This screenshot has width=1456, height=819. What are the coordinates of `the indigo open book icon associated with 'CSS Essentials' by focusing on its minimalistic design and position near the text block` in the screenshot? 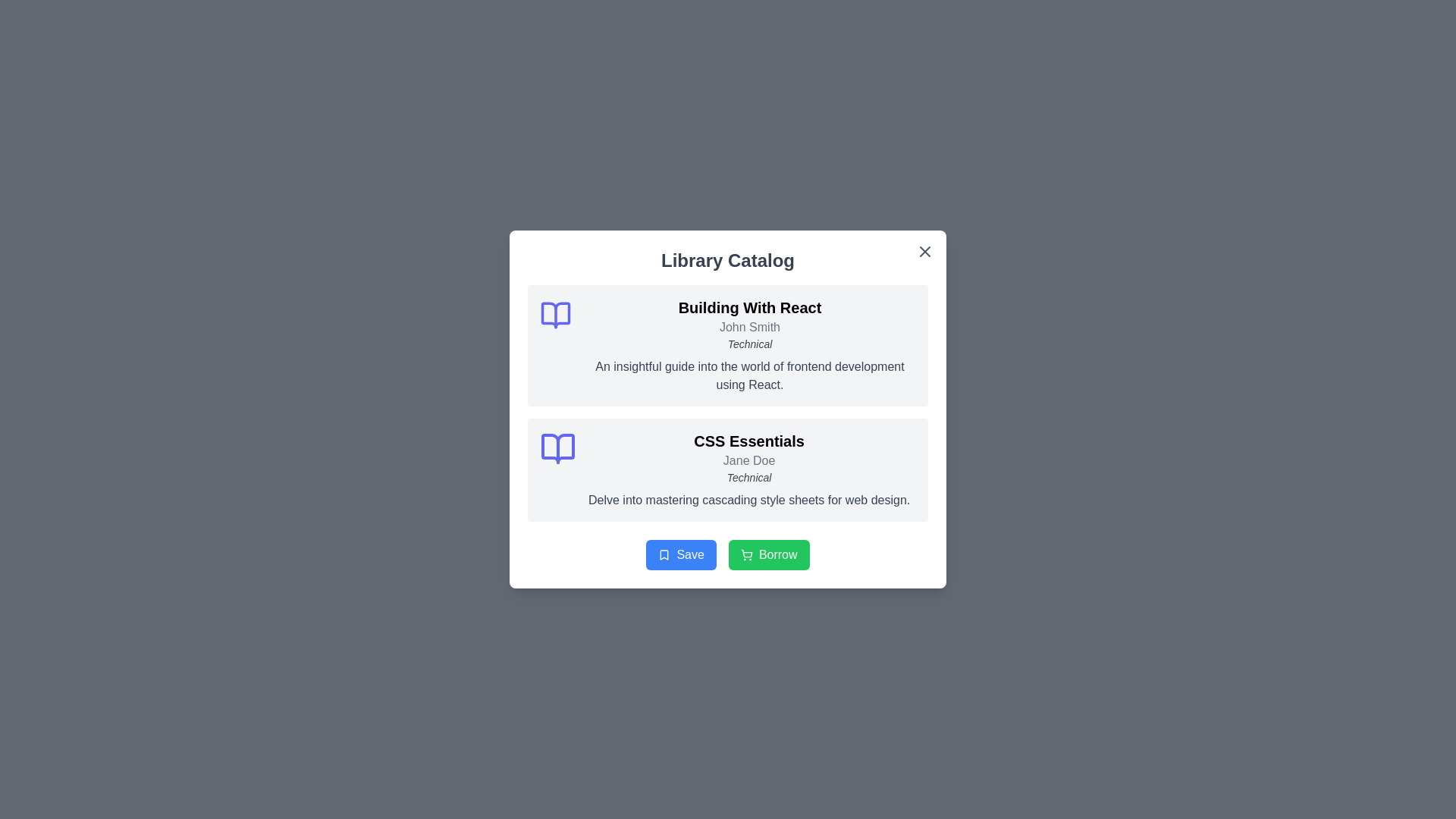 It's located at (557, 447).